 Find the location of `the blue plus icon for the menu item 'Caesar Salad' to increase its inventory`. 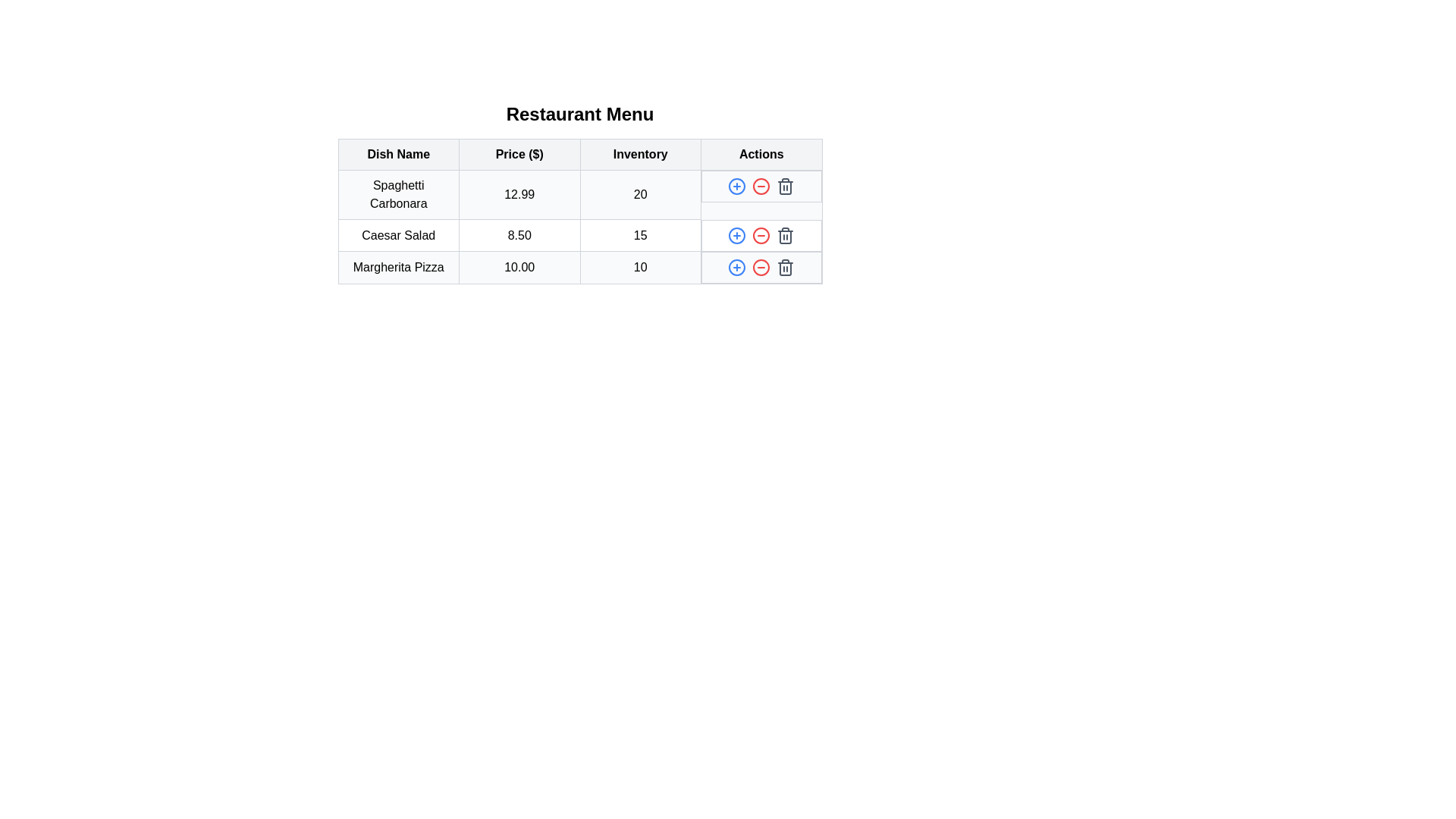

the blue plus icon for the menu item 'Caesar Salad' to increase its inventory is located at coordinates (737, 235).